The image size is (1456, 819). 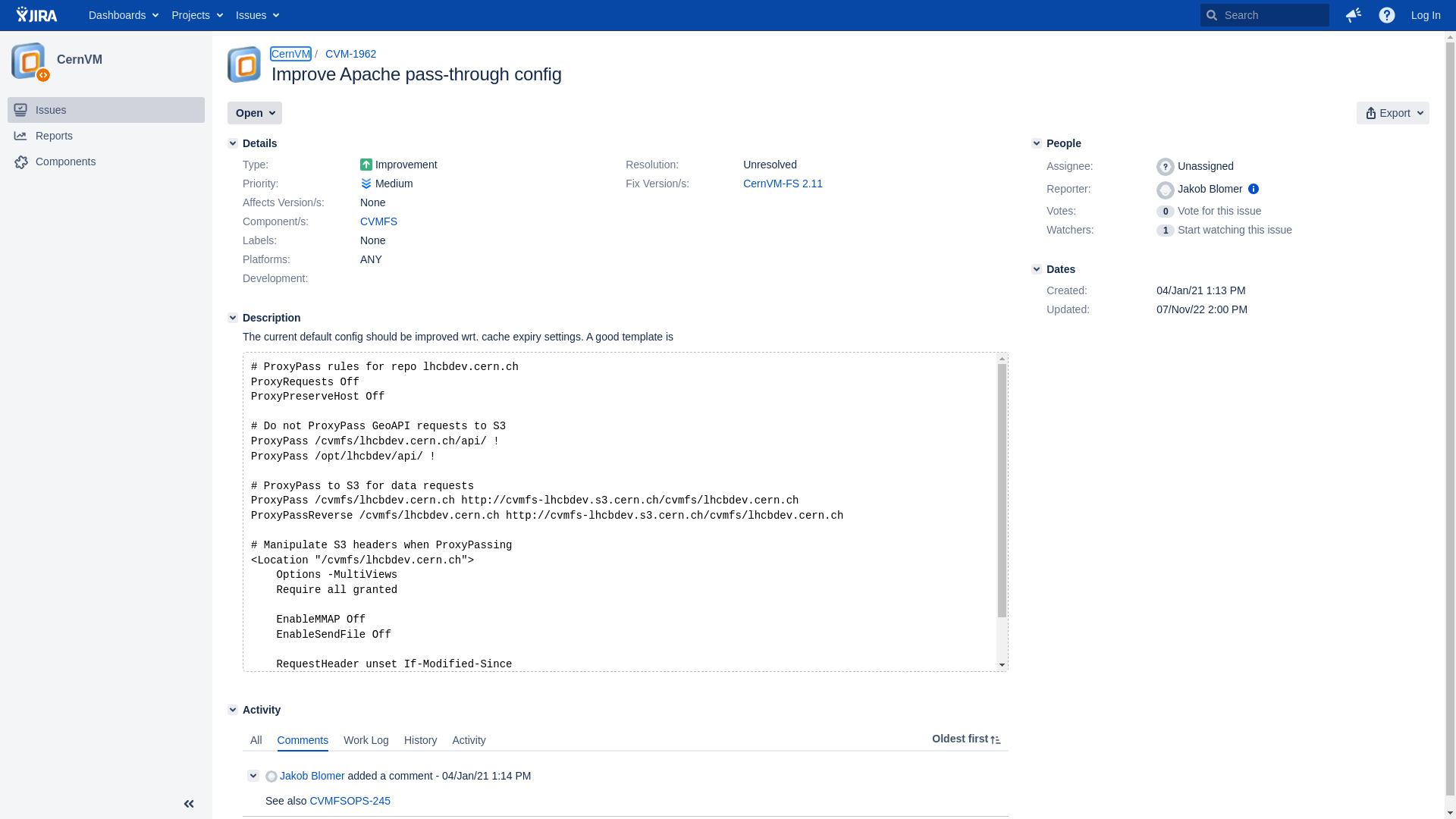 What do you see at coordinates (243, 739) in the screenshot?
I see `'All'` at bounding box center [243, 739].